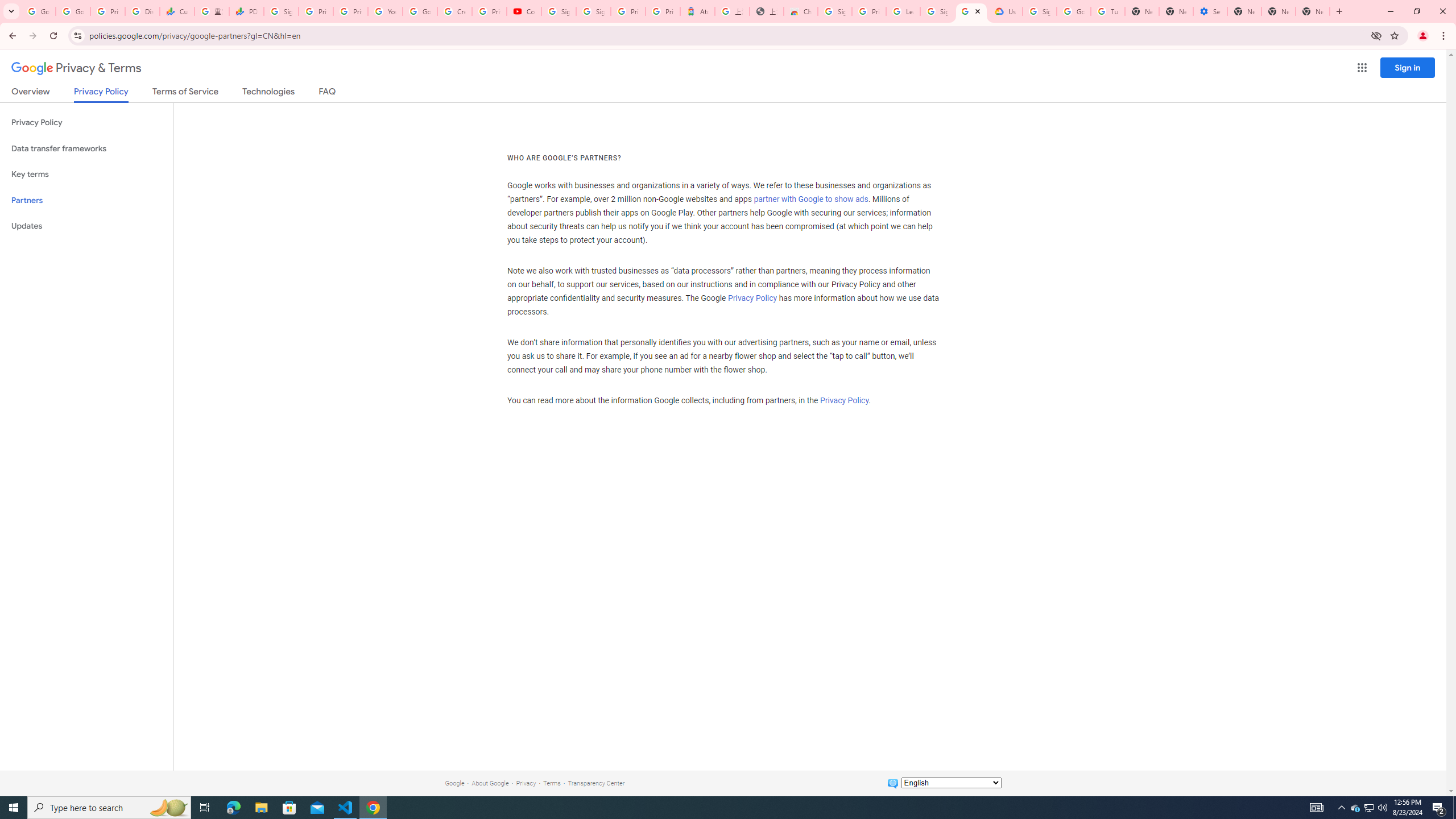 Image resolution: width=1456 pixels, height=819 pixels. Describe the element at coordinates (38, 11) in the screenshot. I see `'Google Workspace Admin Community'` at that location.